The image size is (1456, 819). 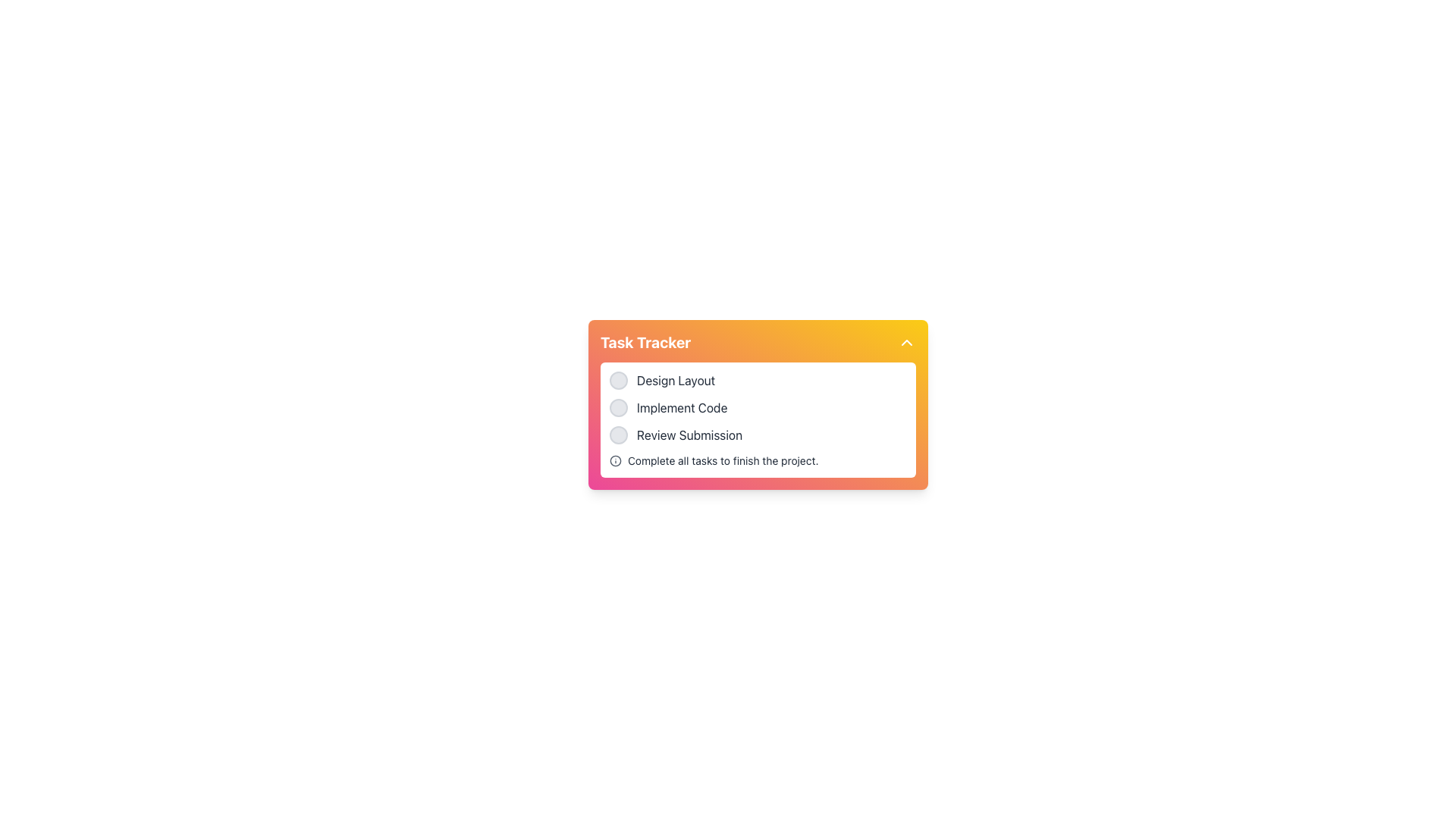 I want to click on the minimize button located in the top-right corner of the 'Task Tracker' panel, so click(x=906, y=342).